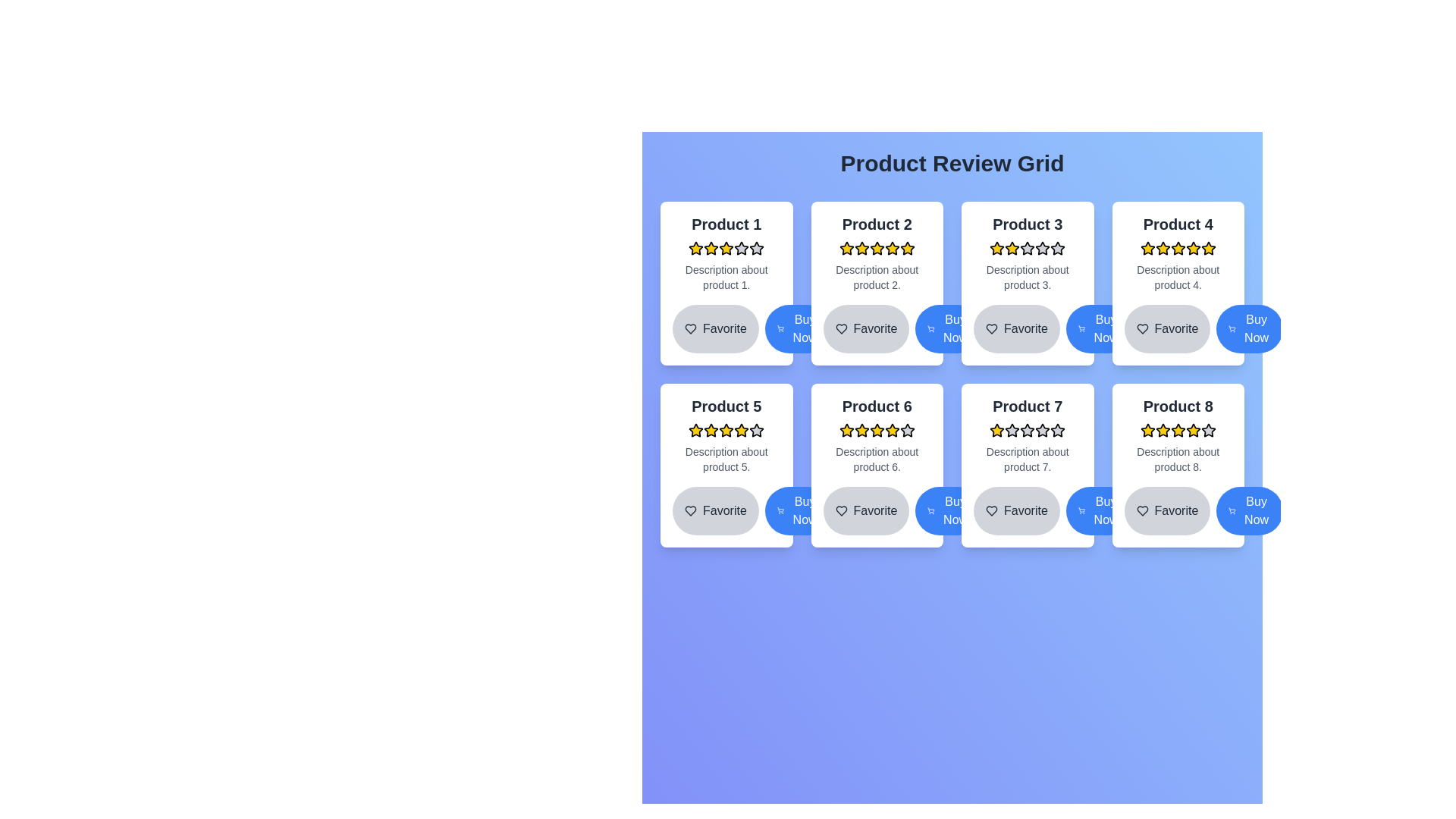 This screenshot has width=1456, height=819. Describe the element at coordinates (1177, 511) in the screenshot. I see `the 'Favorite' button with a heart-shaped icon located in the bottom-left corner of the card for 'Product 8'` at that location.